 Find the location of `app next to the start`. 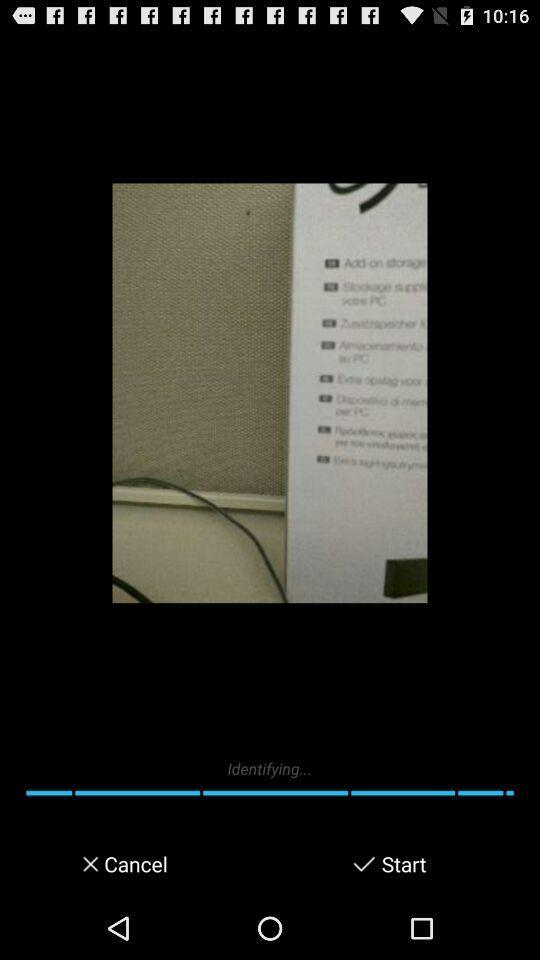

app next to the start is located at coordinates (363, 863).